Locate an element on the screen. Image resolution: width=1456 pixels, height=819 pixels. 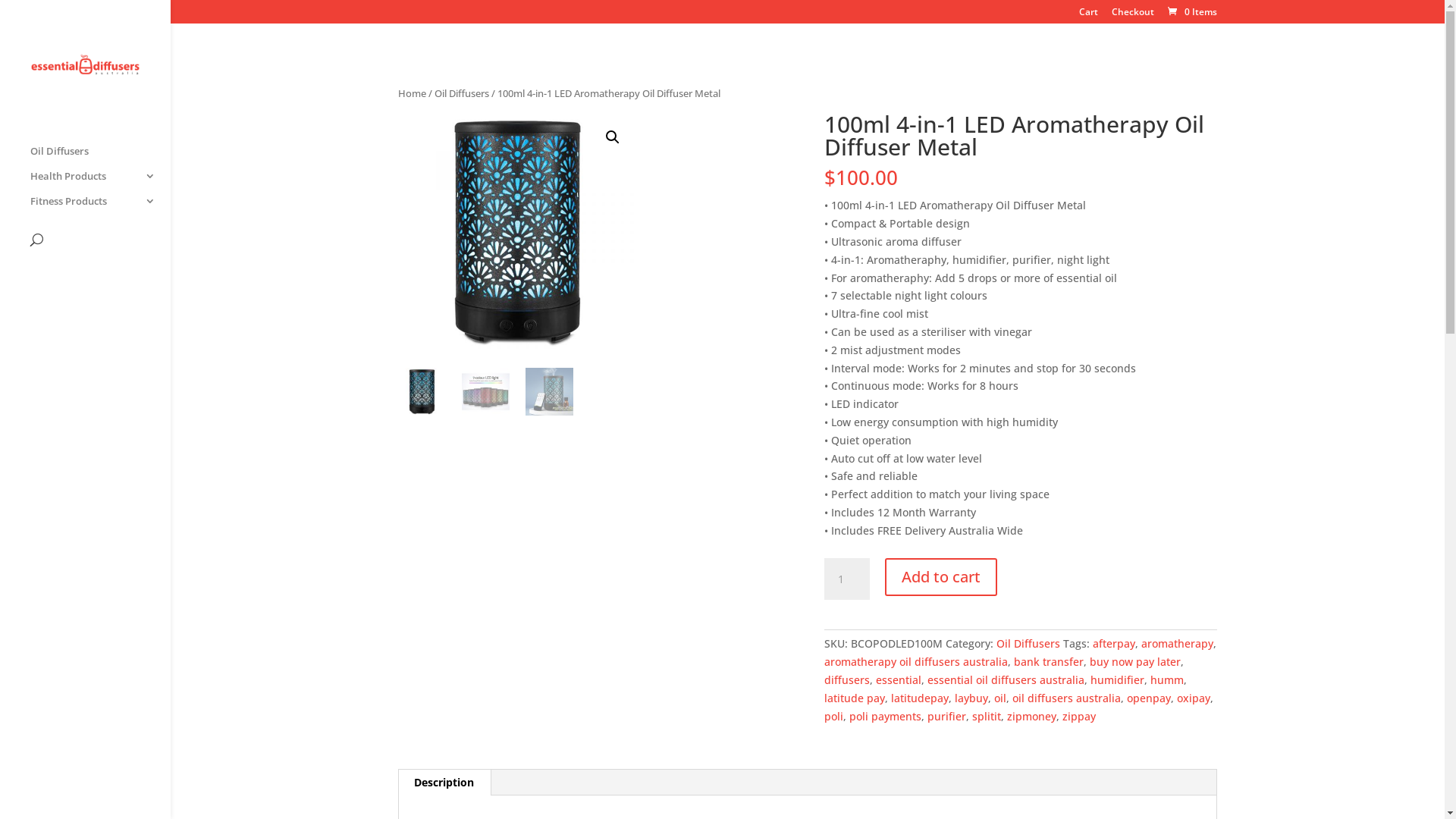
'poli' is located at coordinates (833, 716).